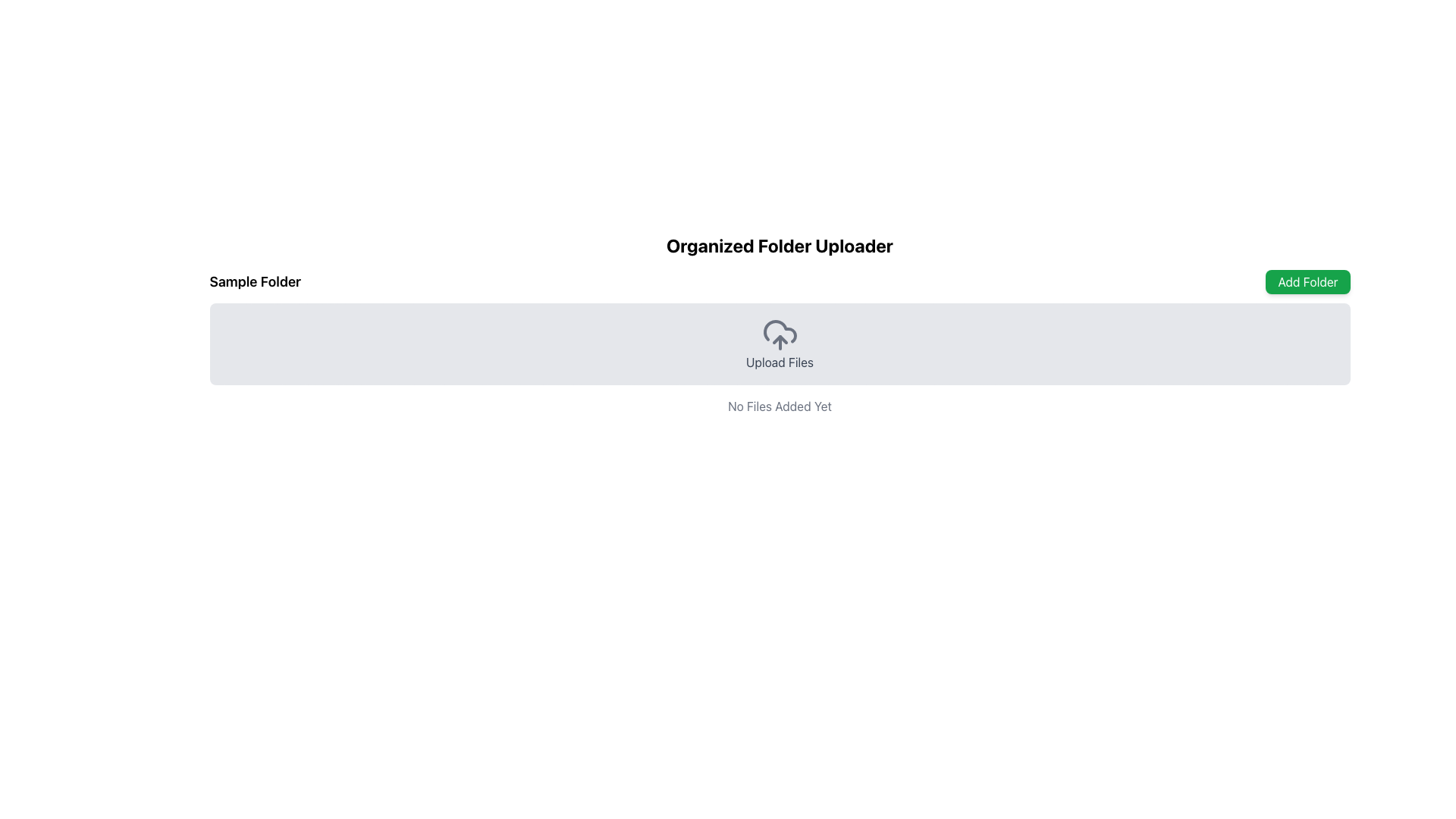 This screenshot has width=1456, height=819. Describe the element at coordinates (255, 281) in the screenshot. I see `text label that displays 'Sample Folder' located at the top left of the interface in a large, bold font` at that location.